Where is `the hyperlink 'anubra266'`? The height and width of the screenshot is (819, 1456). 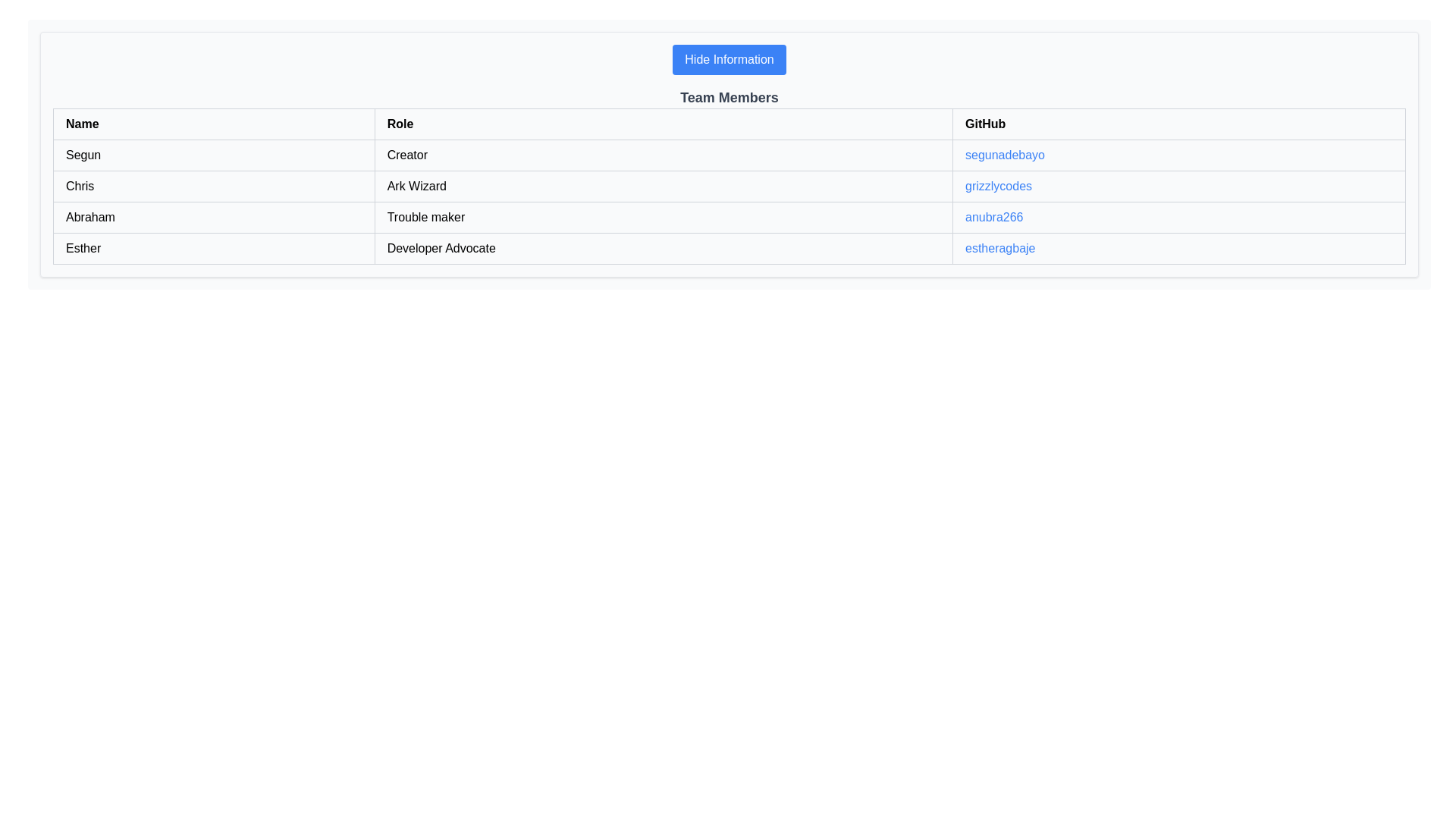
the hyperlink 'anubra266' is located at coordinates (993, 216).